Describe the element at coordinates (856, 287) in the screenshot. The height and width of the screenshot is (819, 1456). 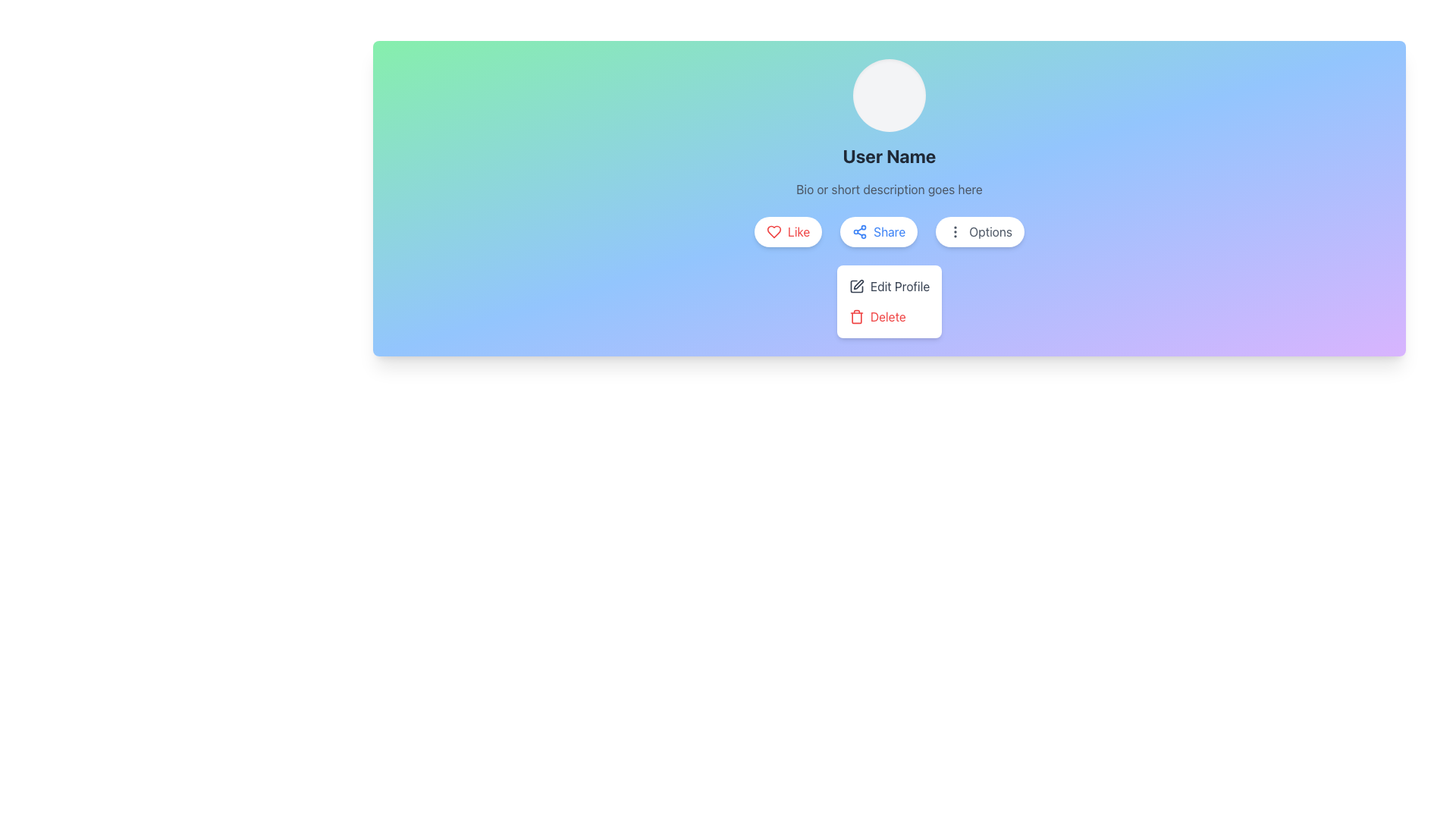
I see `the editing icon with a pen at the top right corner in the context menu` at that location.